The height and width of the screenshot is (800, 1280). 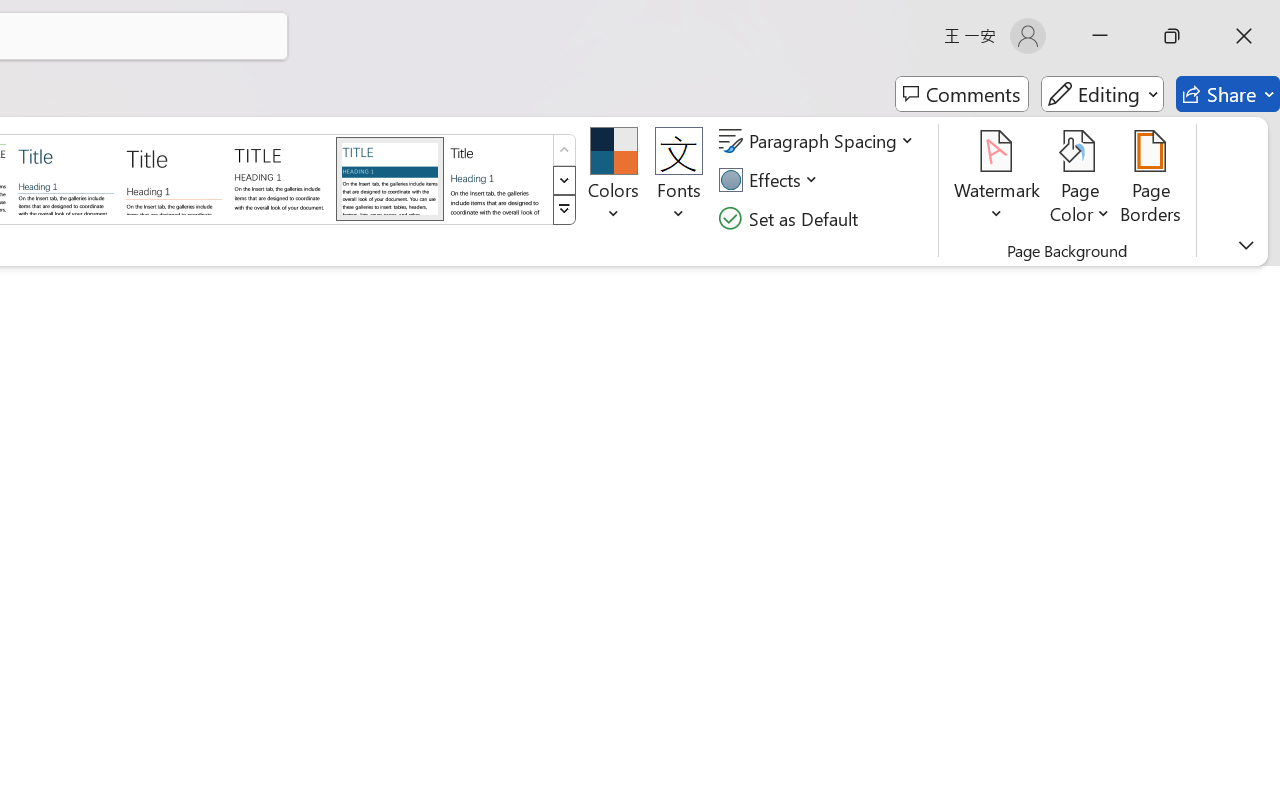 I want to click on 'Close', so click(x=1243, y=35).